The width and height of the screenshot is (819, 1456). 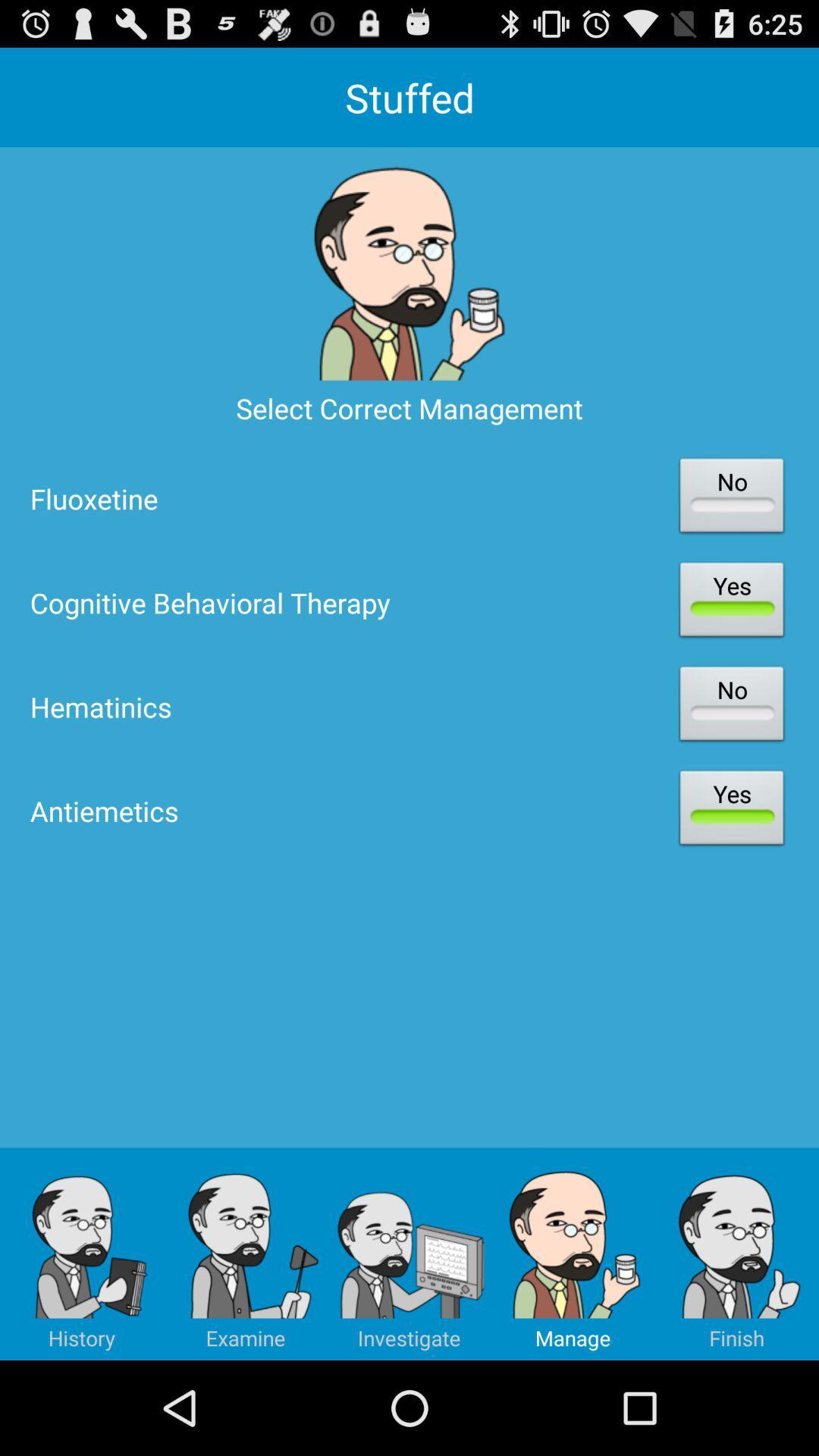 I want to click on yes right to antiemetics, so click(x=730, y=811).